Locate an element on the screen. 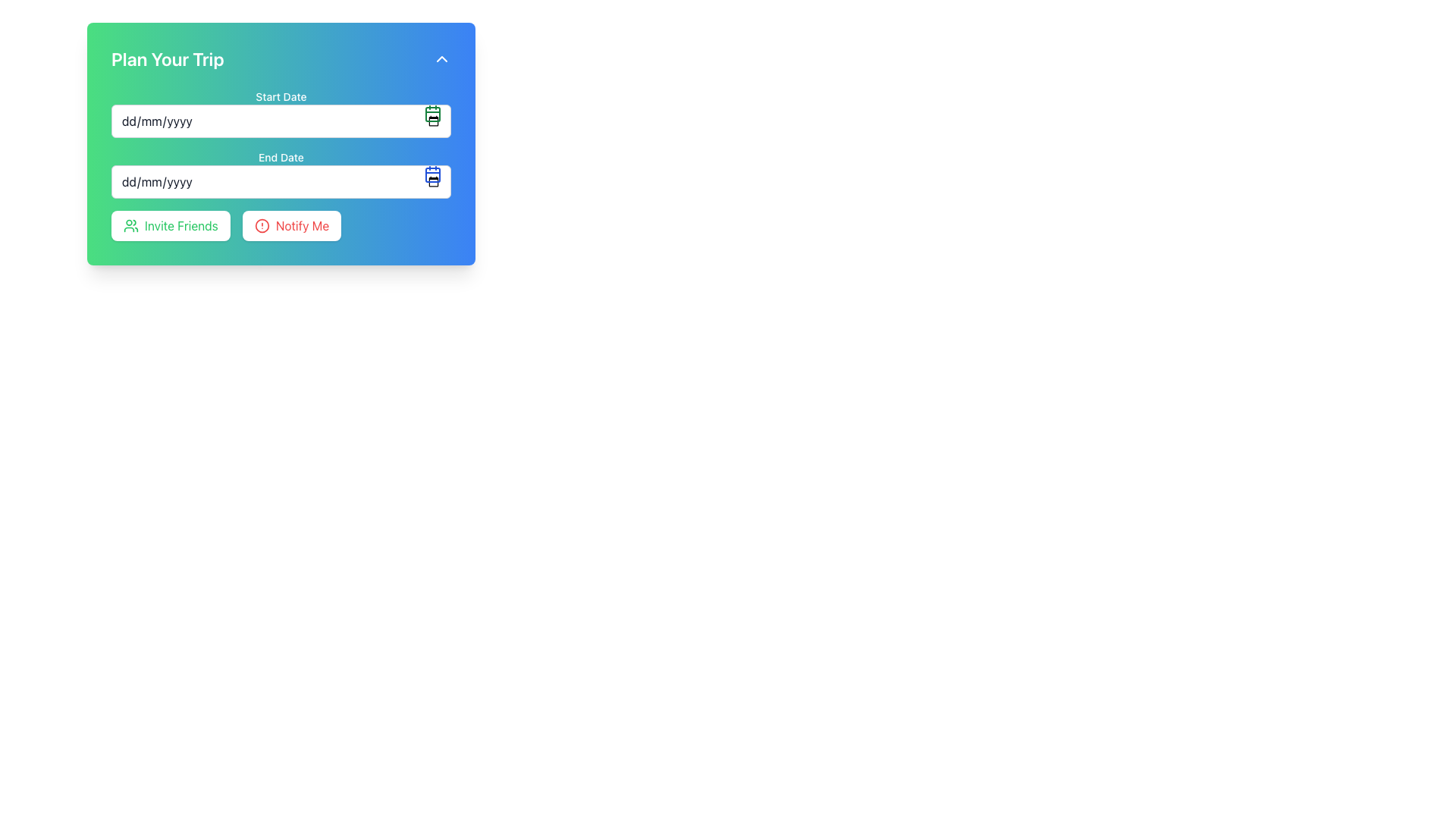 The height and width of the screenshot is (819, 1456). the decorative component of the calendar icon located to the right of the 'End Date' input field is located at coordinates (432, 174).